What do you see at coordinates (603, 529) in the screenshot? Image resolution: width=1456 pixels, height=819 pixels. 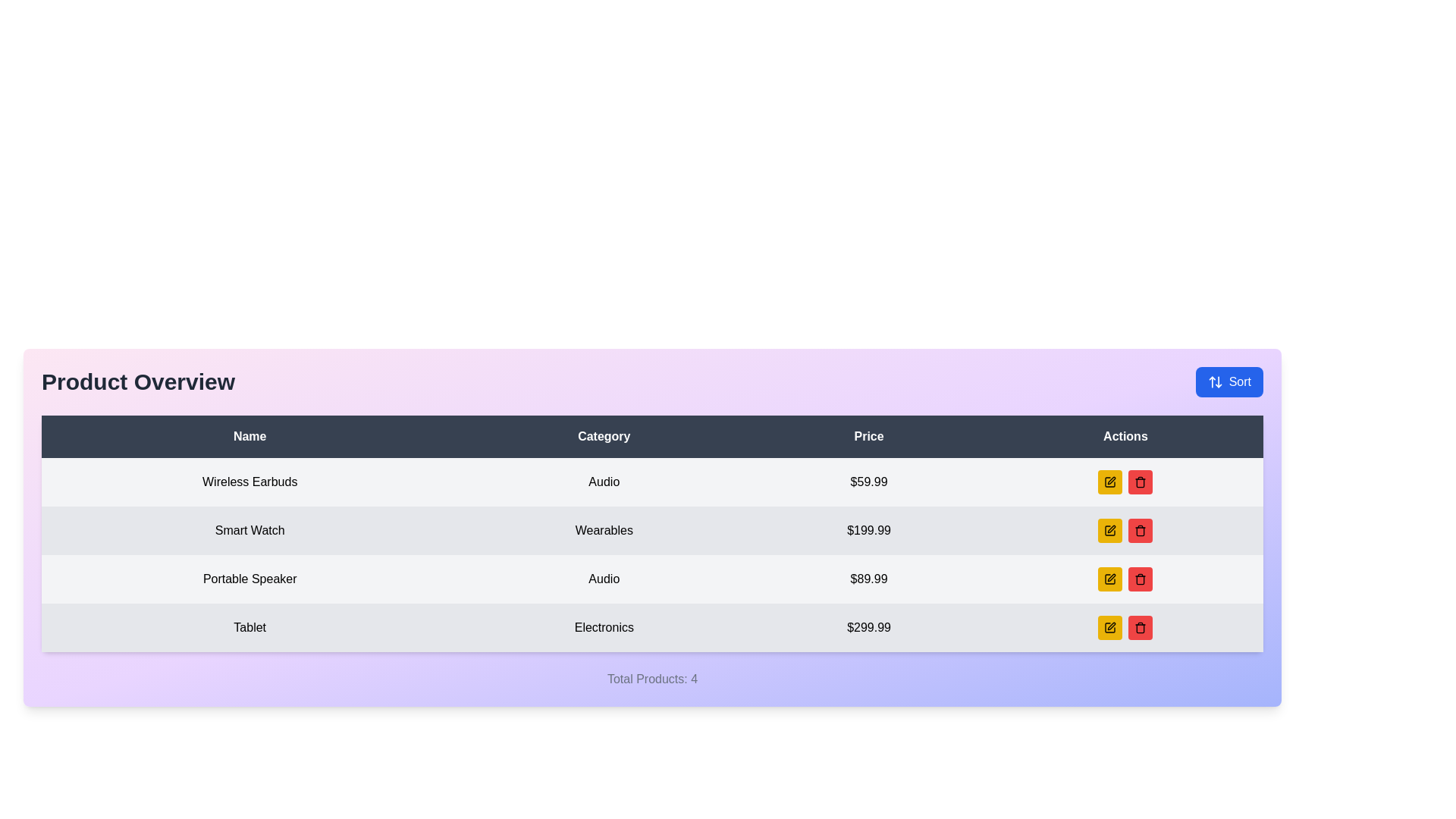 I see `the 'Wearables' text label located in the second row of the table under the 'Category' column, which indicates the product category` at bounding box center [603, 529].